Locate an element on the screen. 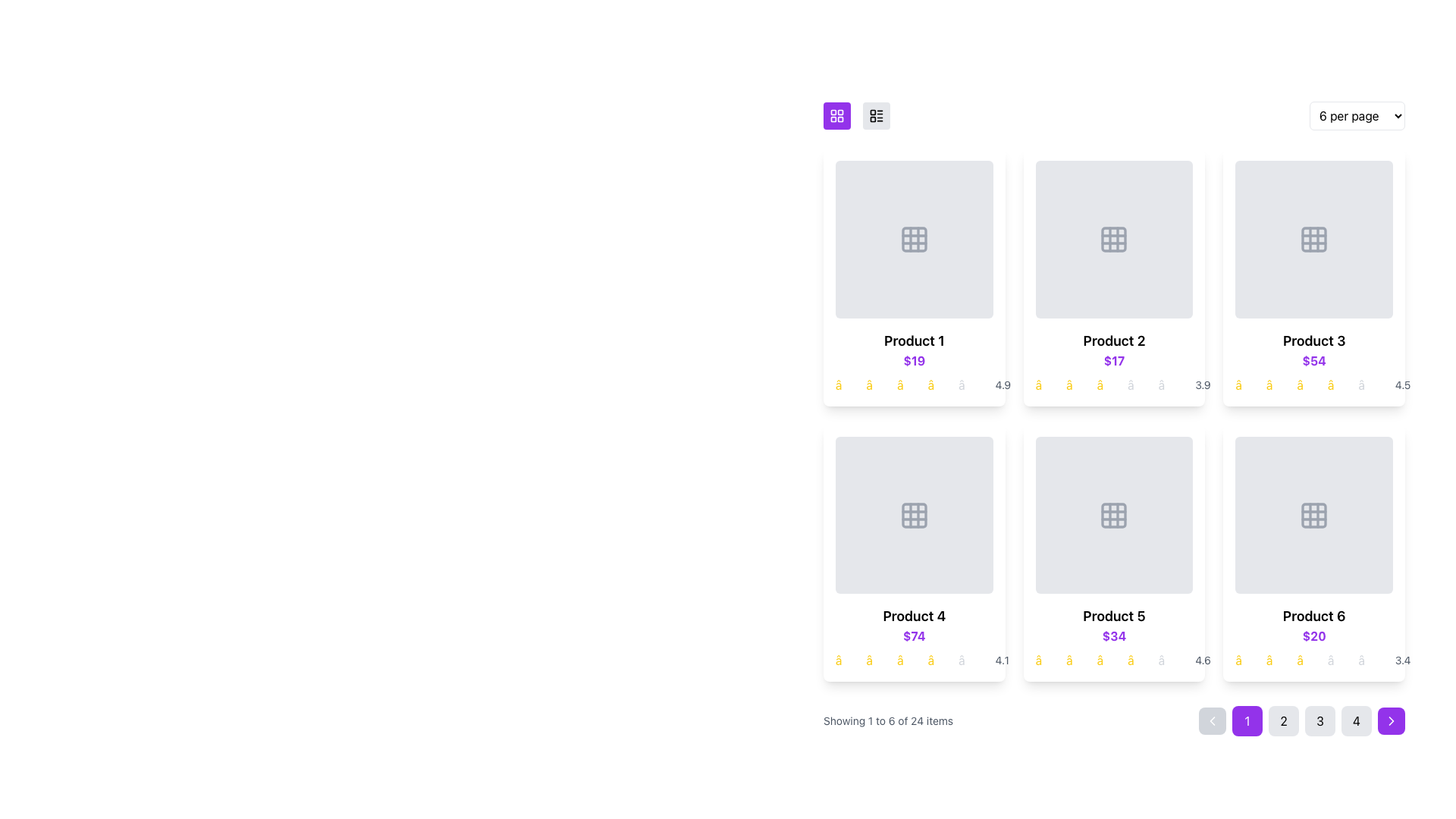 This screenshot has height=819, width=1456. the text label displaying '$20', which is positioned directly below the title 'Product 6' and above the star rating visuals is located at coordinates (1313, 636).